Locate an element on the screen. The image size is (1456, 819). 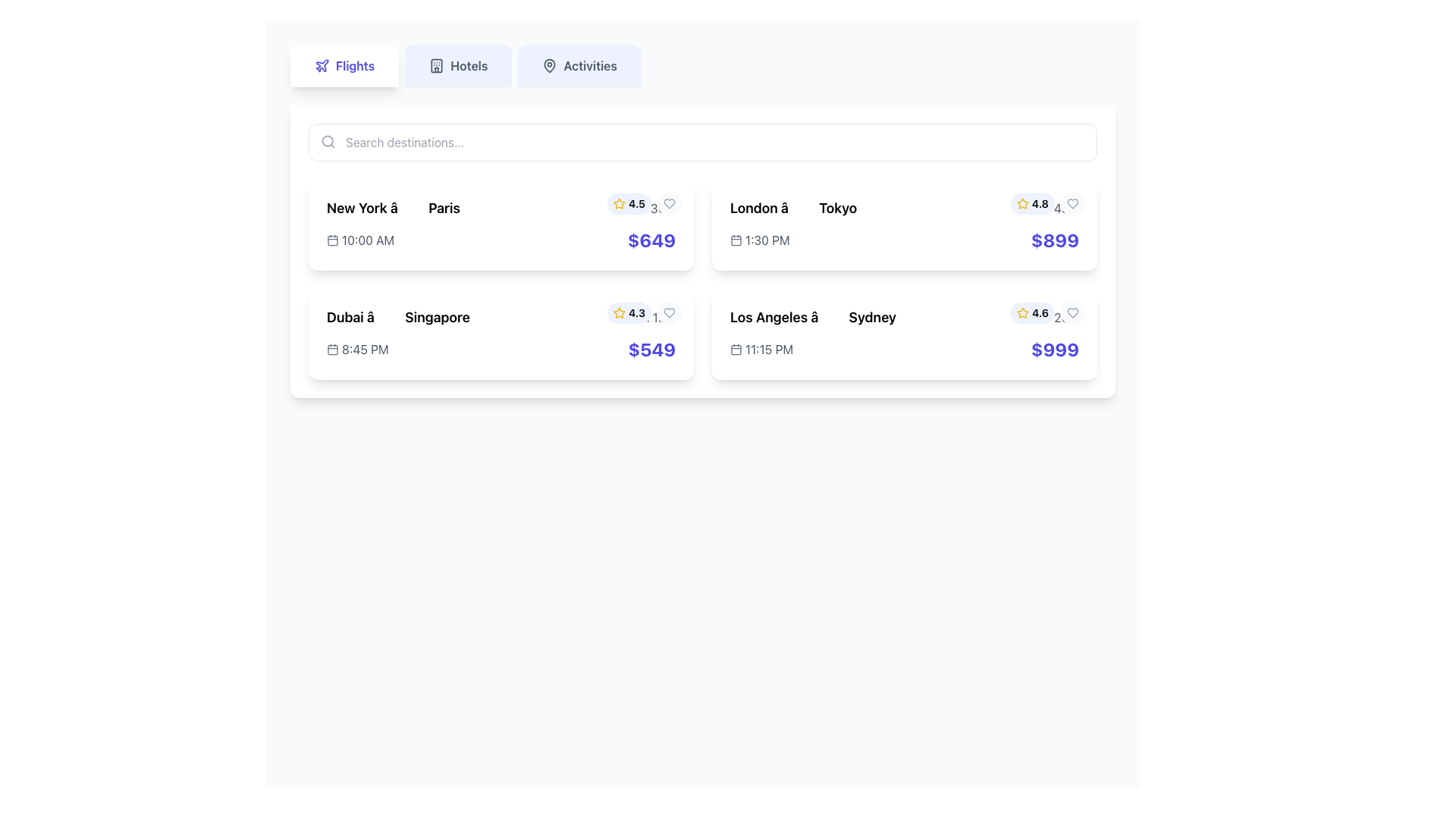
the map pin icon located at the top-left side of the interface, next to the 'Flights' tab is located at coordinates (549, 65).